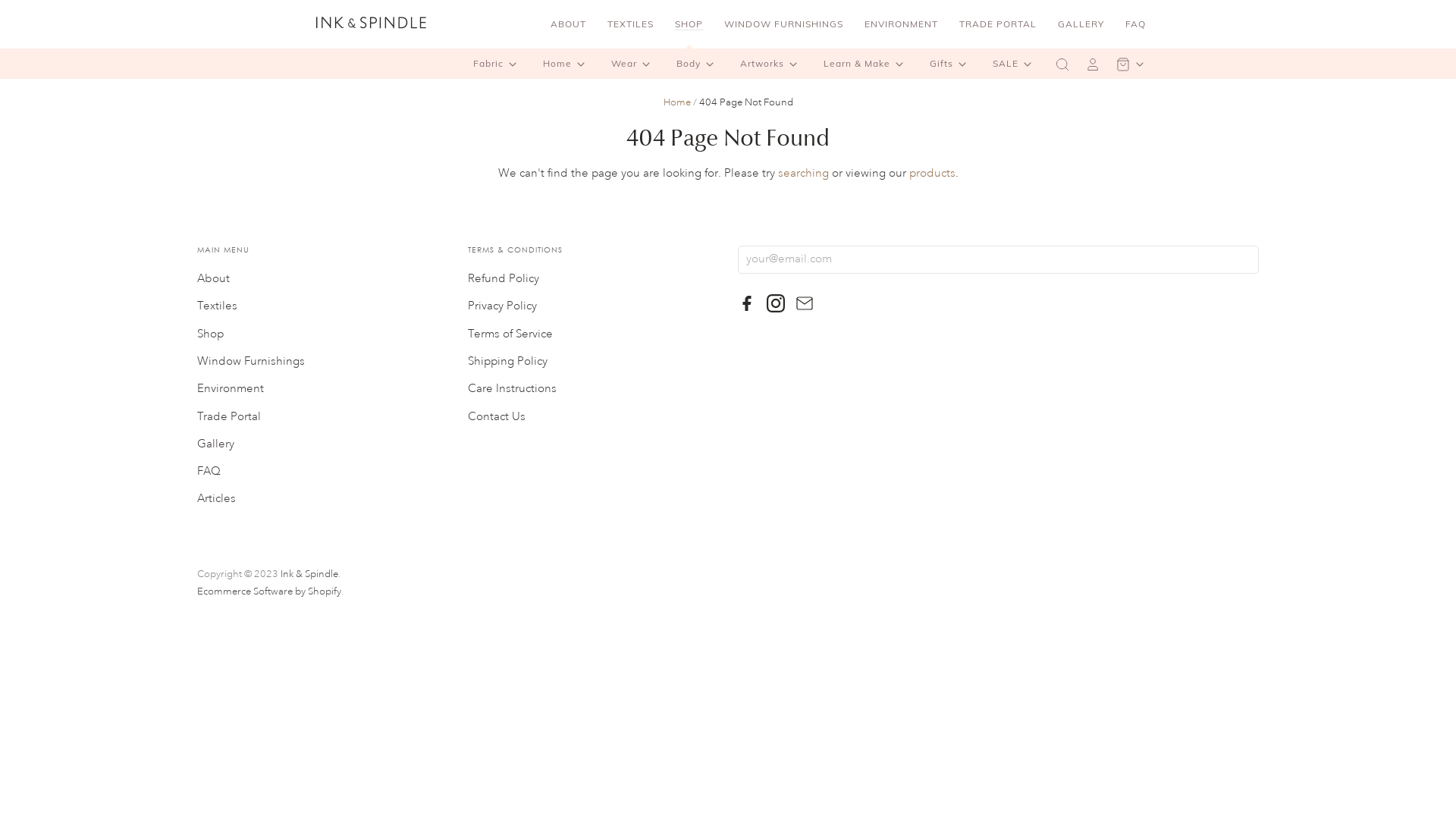 The image size is (1456, 819). I want to click on 'Cart', so click(1131, 63).